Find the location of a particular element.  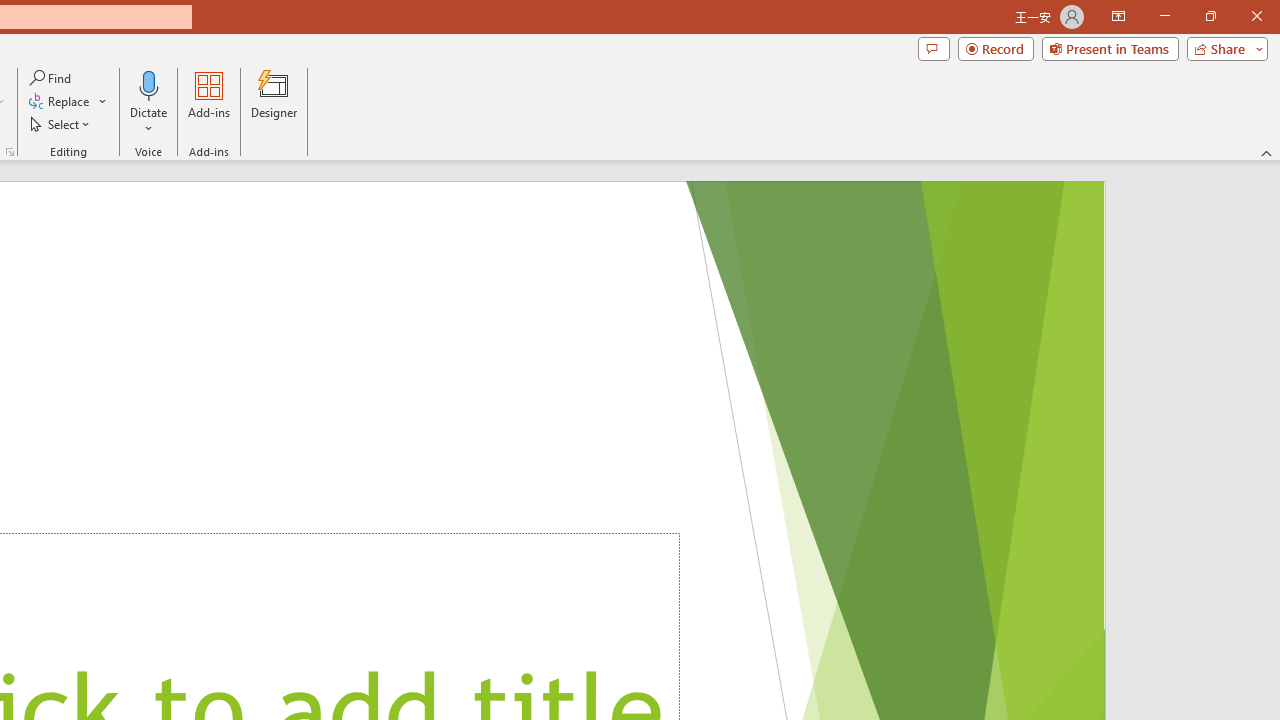

'Close' is located at coordinates (1255, 16).